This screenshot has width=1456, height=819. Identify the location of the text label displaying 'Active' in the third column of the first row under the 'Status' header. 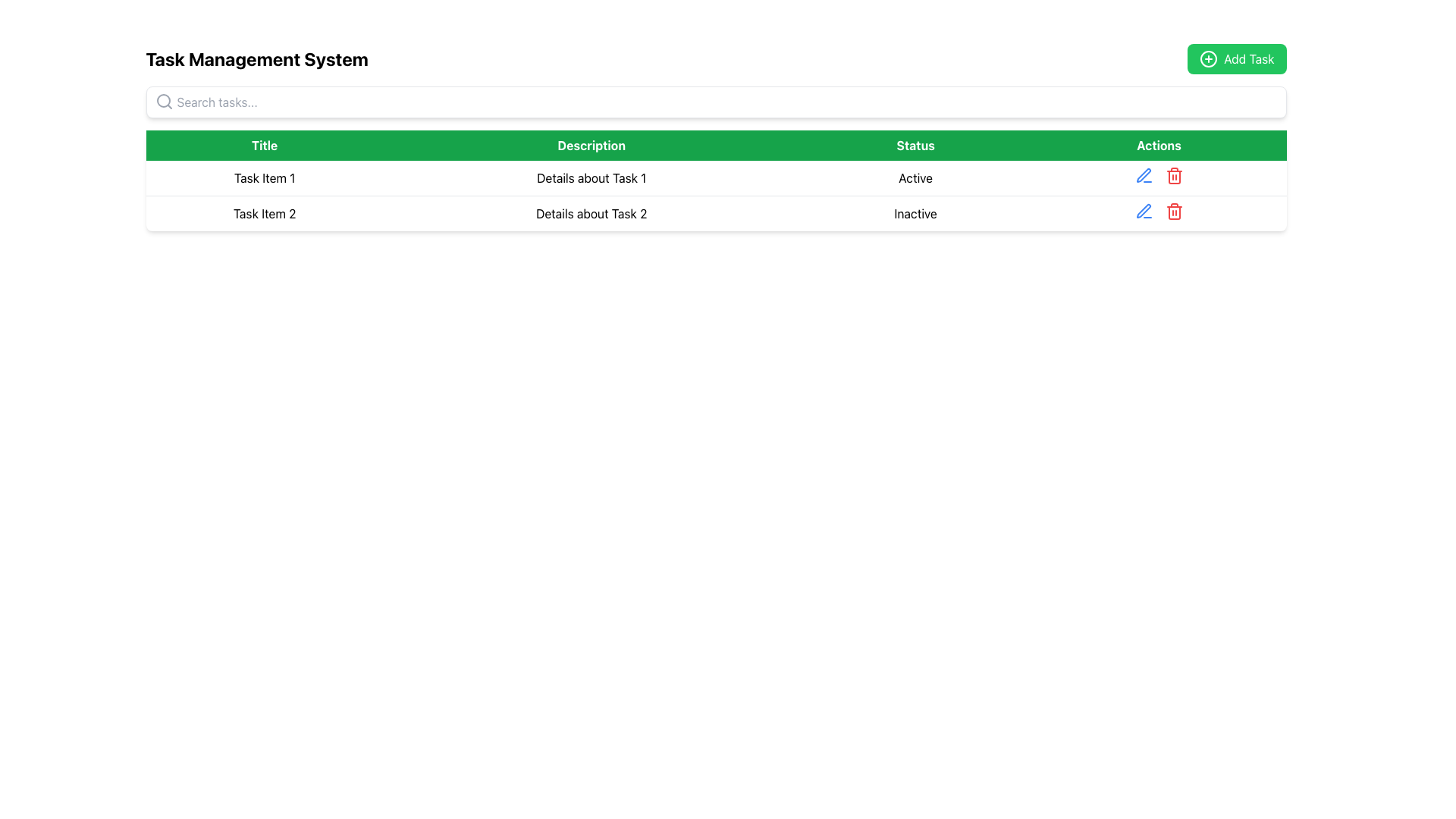
(915, 177).